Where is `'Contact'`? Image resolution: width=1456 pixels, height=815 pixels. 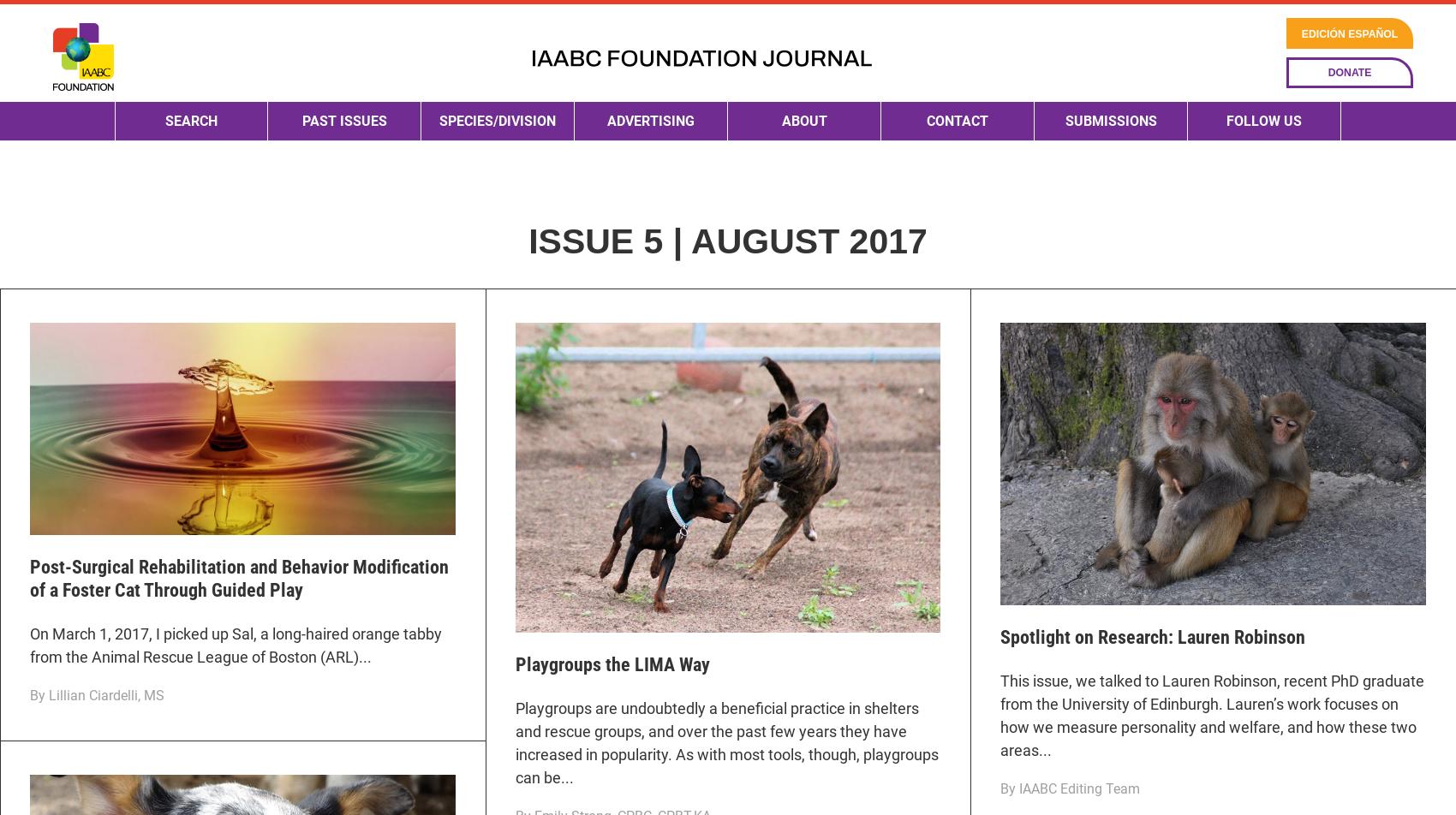
'Contact' is located at coordinates (927, 180).